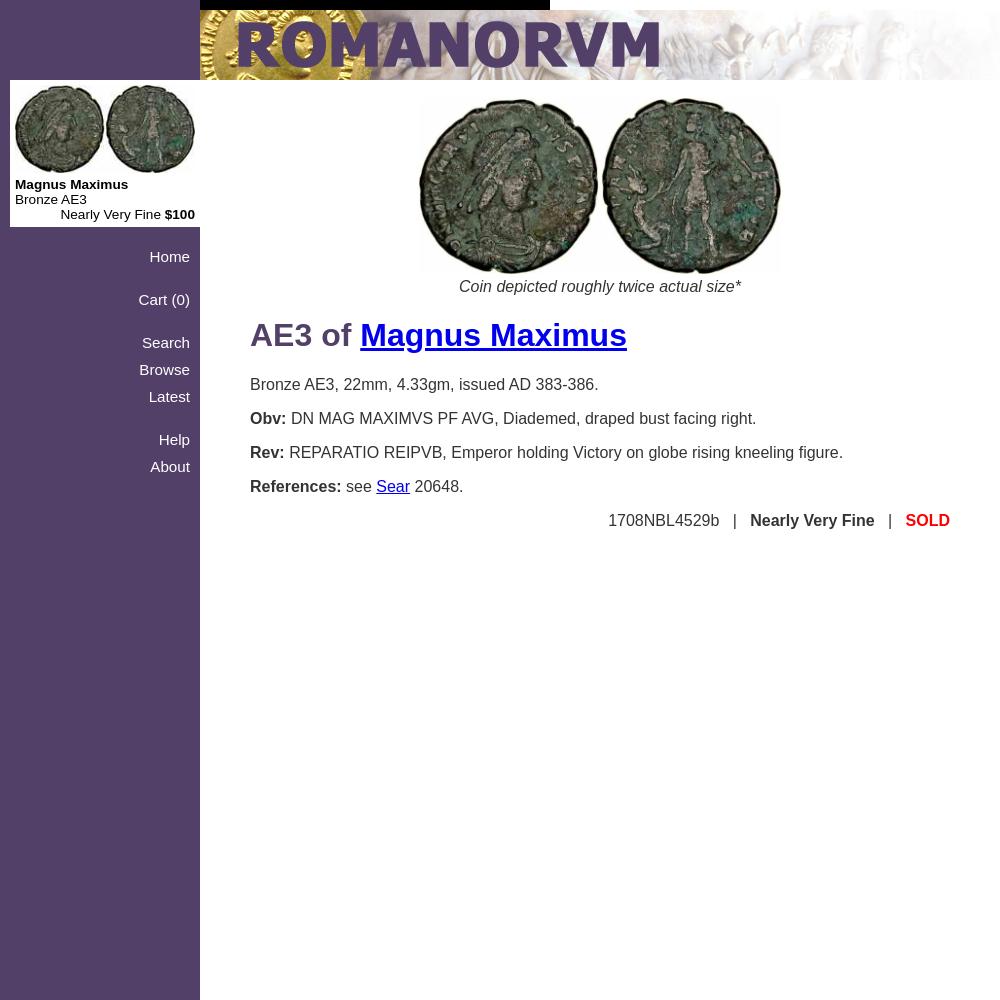  Describe the element at coordinates (50, 198) in the screenshot. I see `'Bronze AE3'` at that location.